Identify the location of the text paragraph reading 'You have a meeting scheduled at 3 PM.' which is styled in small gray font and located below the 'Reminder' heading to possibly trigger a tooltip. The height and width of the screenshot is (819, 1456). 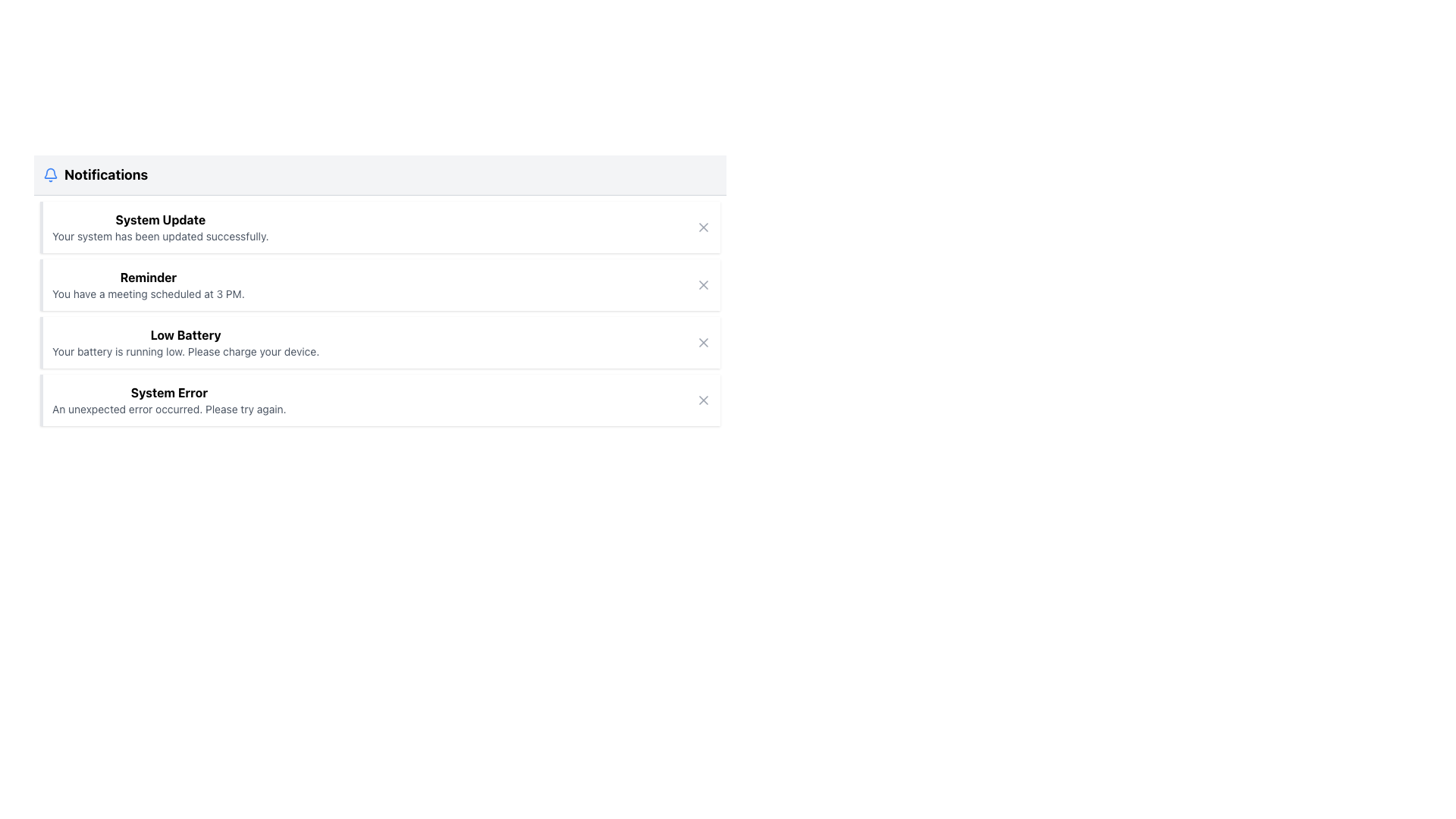
(148, 294).